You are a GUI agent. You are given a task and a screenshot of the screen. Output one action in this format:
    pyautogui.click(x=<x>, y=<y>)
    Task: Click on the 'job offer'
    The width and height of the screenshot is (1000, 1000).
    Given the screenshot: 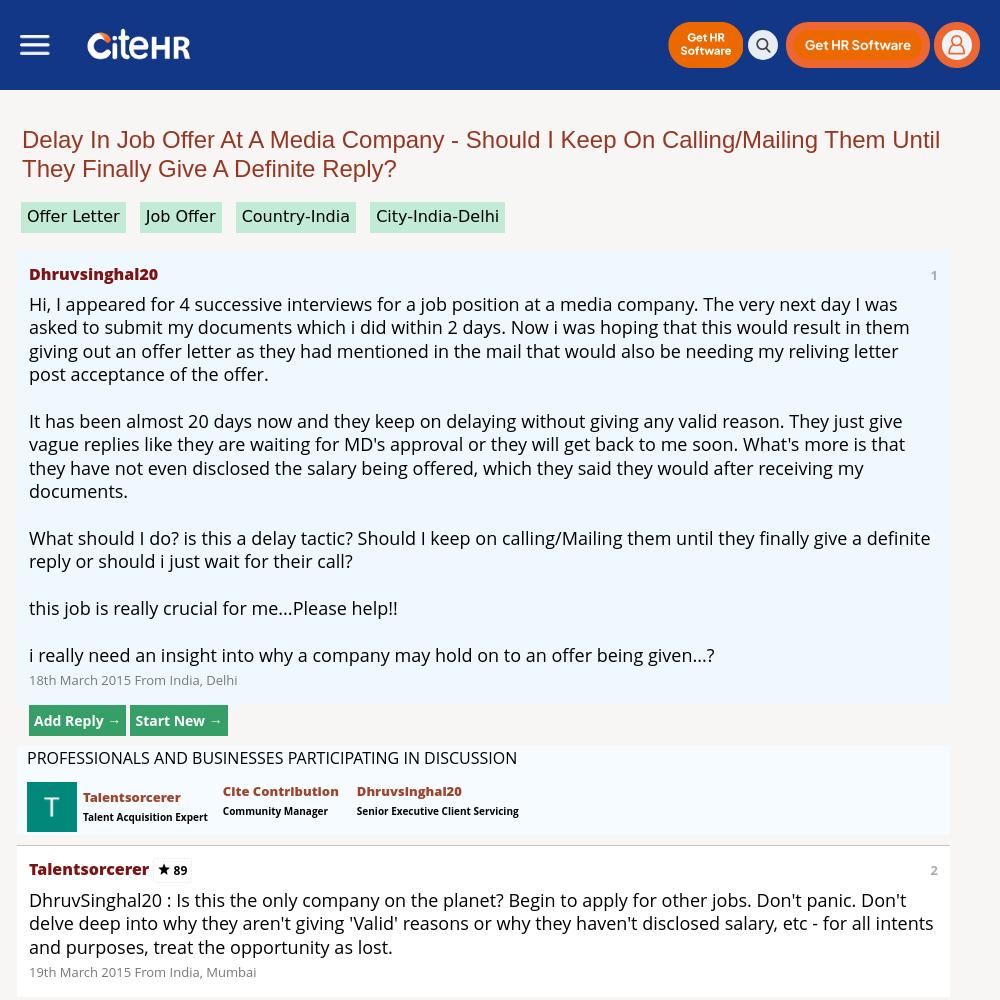 What is the action you would take?
    pyautogui.click(x=180, y=214)
    